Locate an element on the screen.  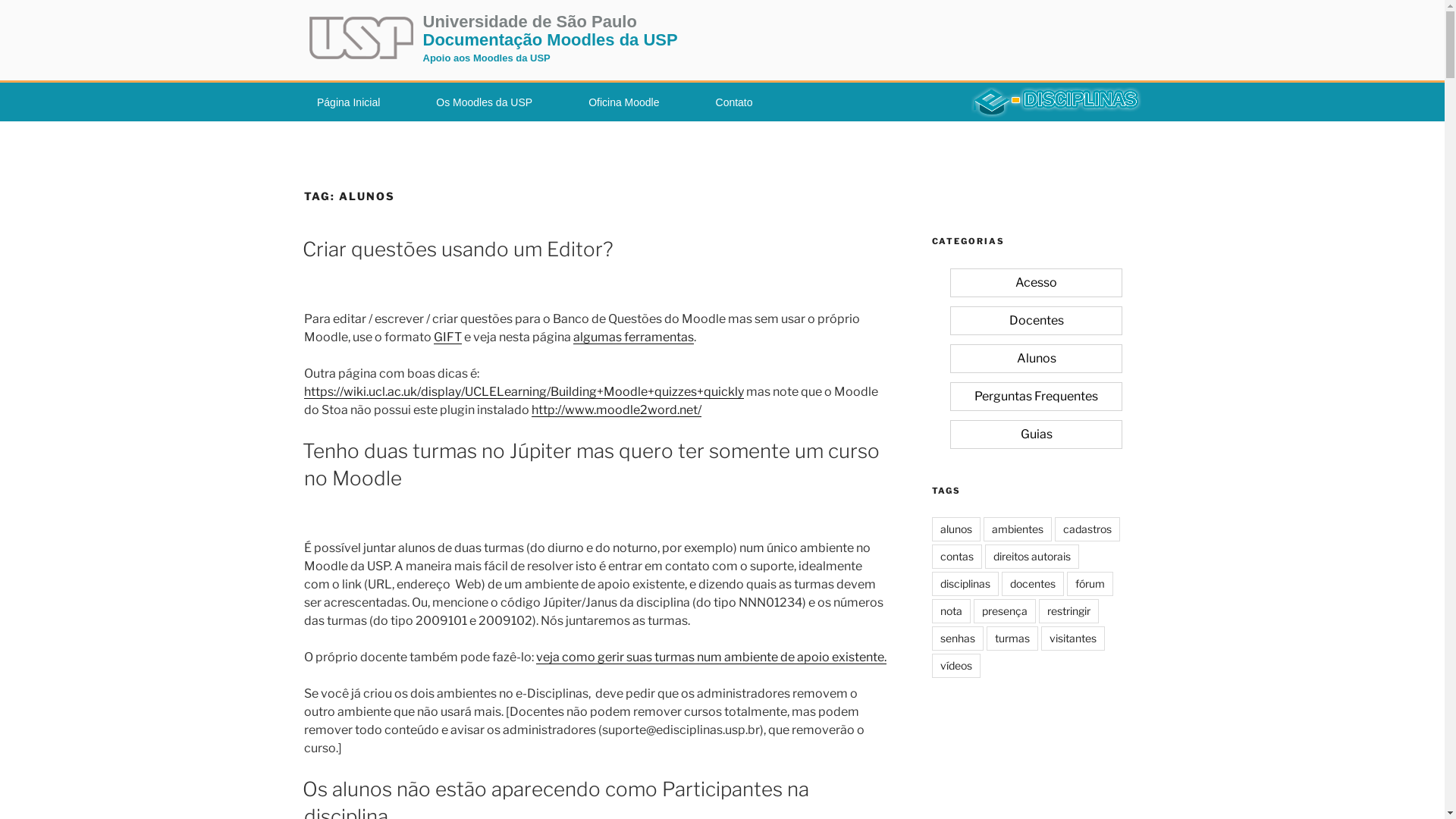
'restringir' is located at coordinates (1037, 610).